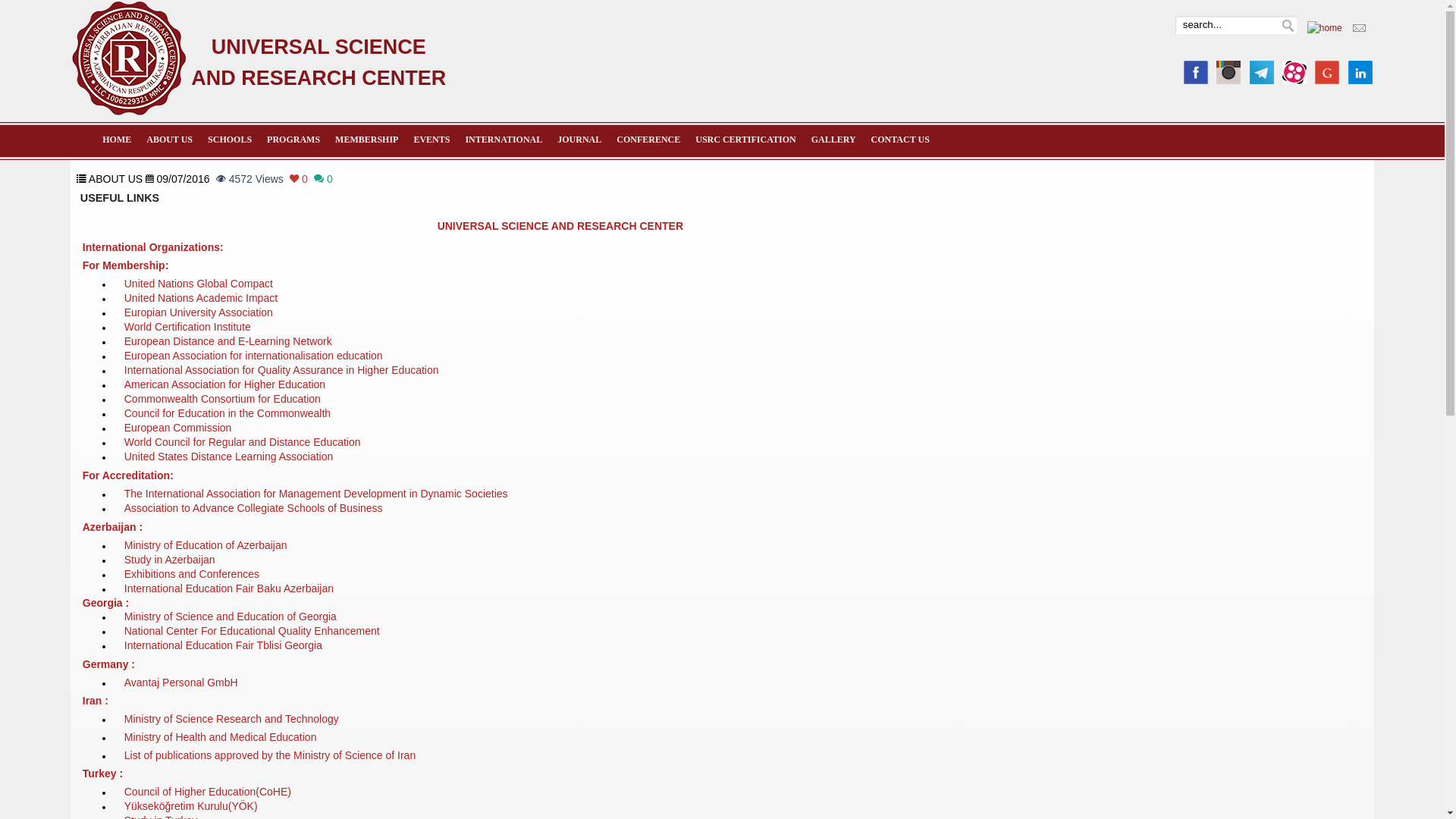 This screenshot has width=1456, height=819. Describe the element at coordinates (745, 140) in the screenshot. I see `'USRC CERTIFICATION'` at that location.